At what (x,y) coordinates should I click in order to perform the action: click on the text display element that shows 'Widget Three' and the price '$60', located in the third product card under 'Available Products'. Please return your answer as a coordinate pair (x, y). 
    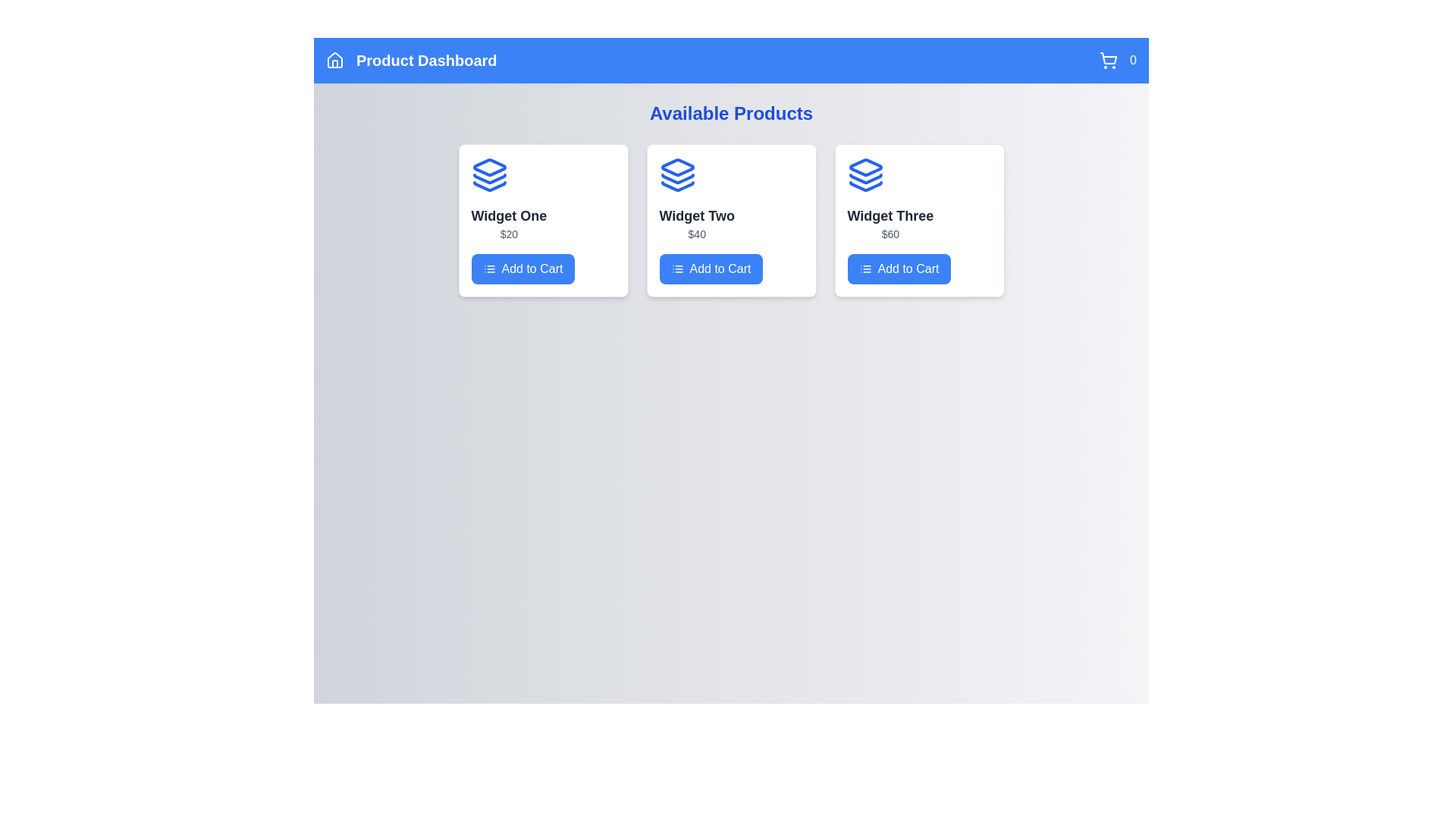
    Looking at the image, I should click on (890, 223).